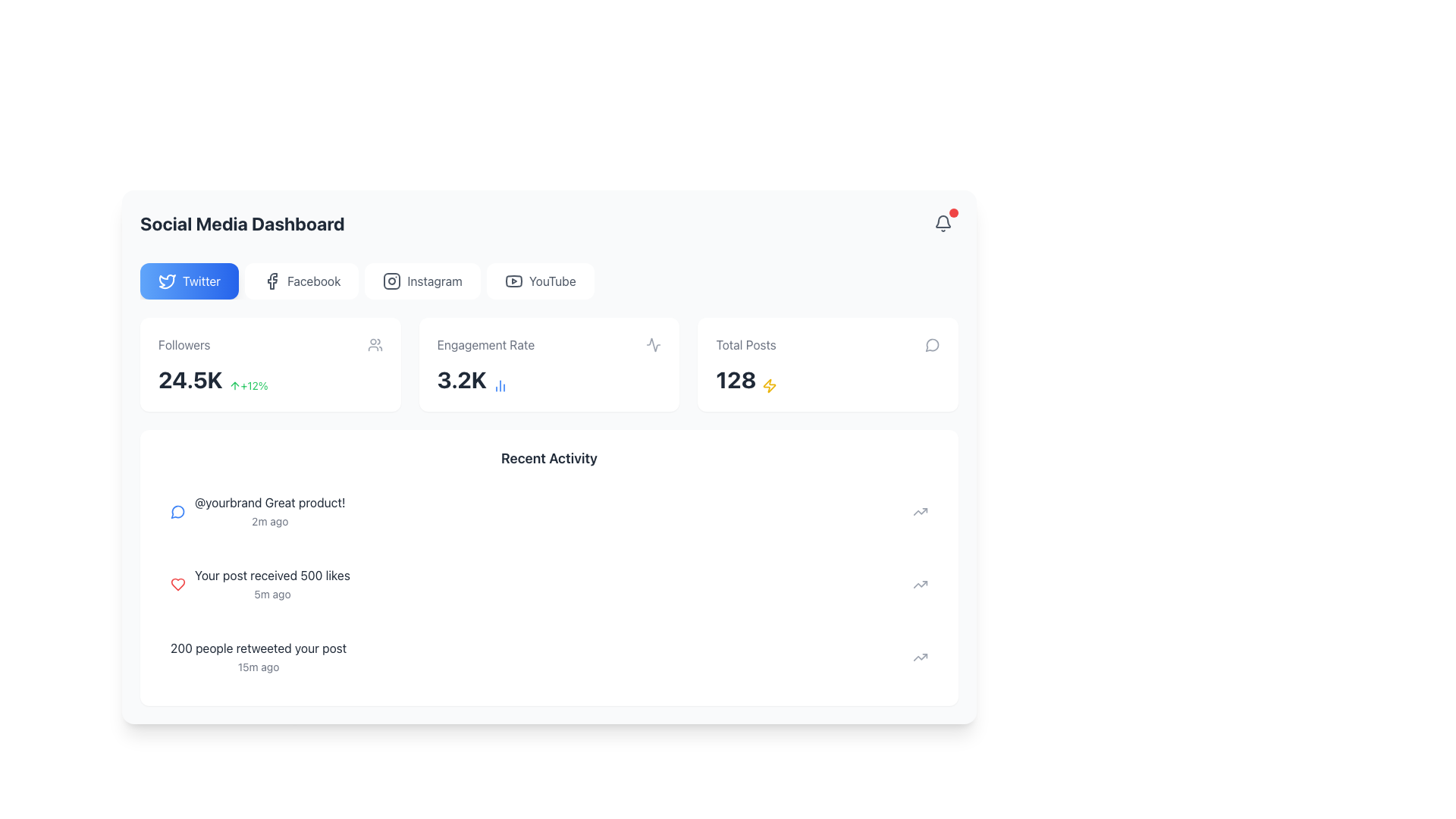  What do you see at coordinates (188, 281) in the screenshot?
I see `the first button in the horizontal list, labeled for Twitter` at bounding box center [188, 281].